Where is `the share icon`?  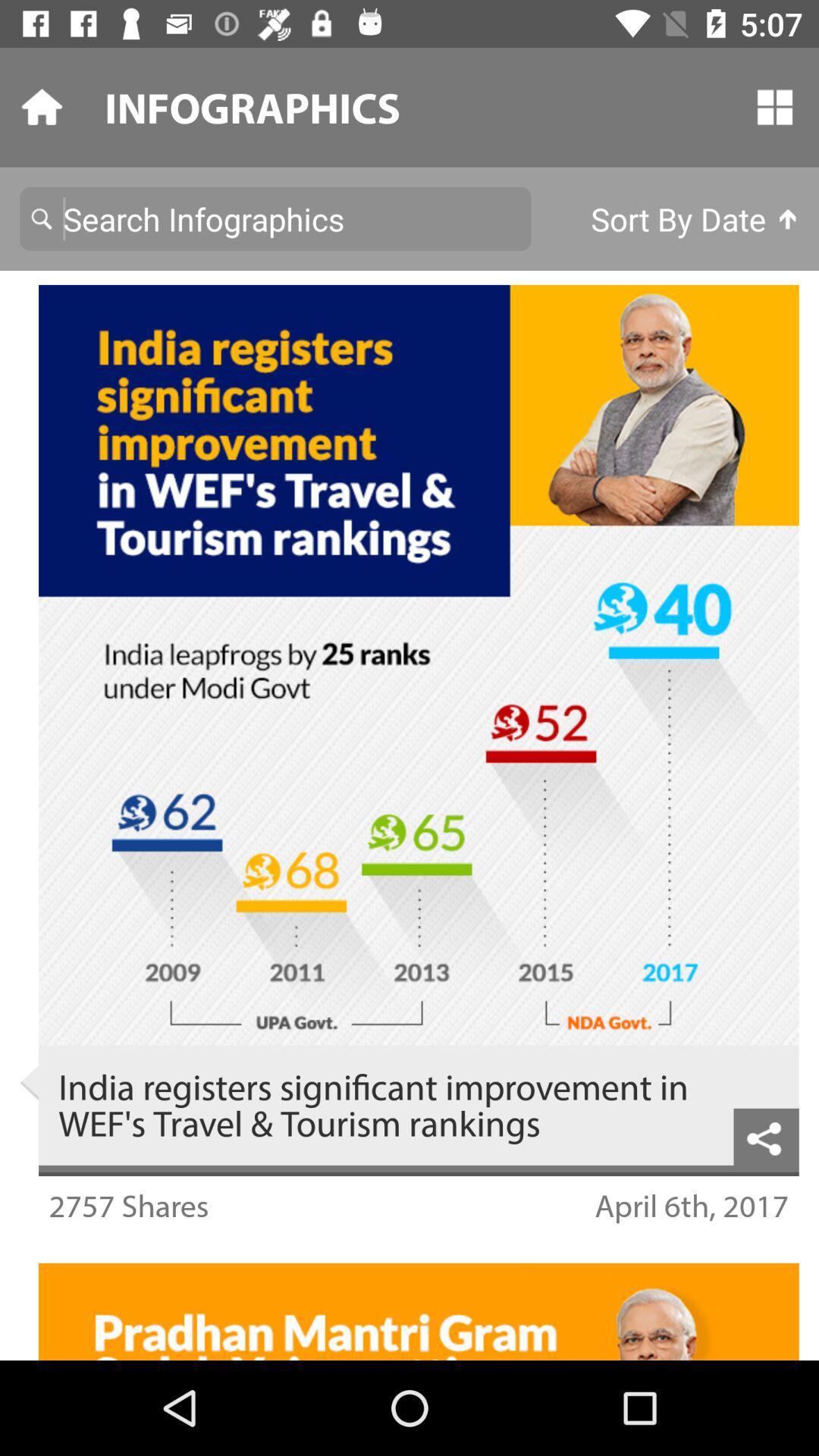
the share icon is located at coordinates (766, 1137).